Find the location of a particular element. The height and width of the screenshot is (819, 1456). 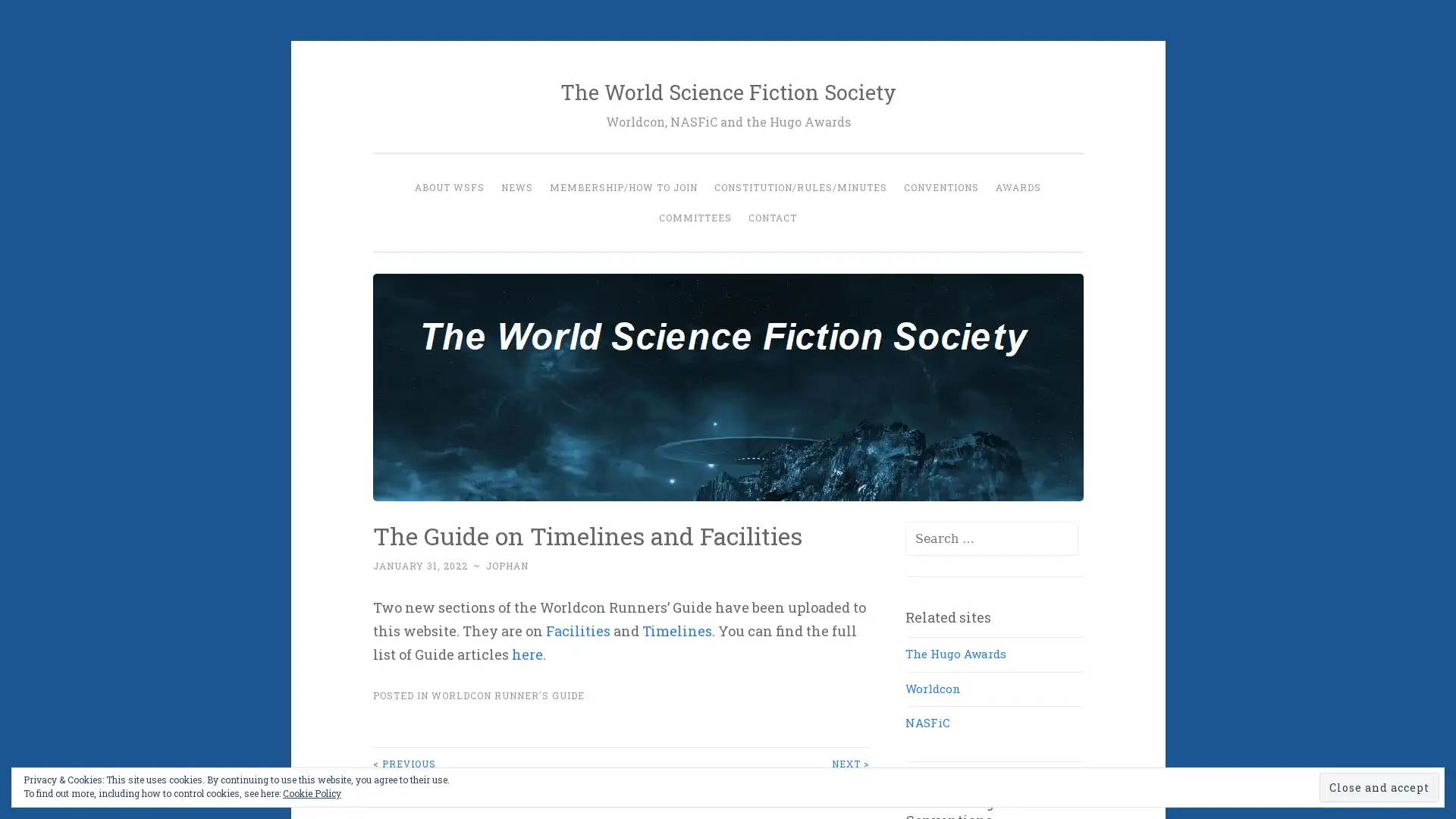

Close and accept is located at coordinates (1379, 786).